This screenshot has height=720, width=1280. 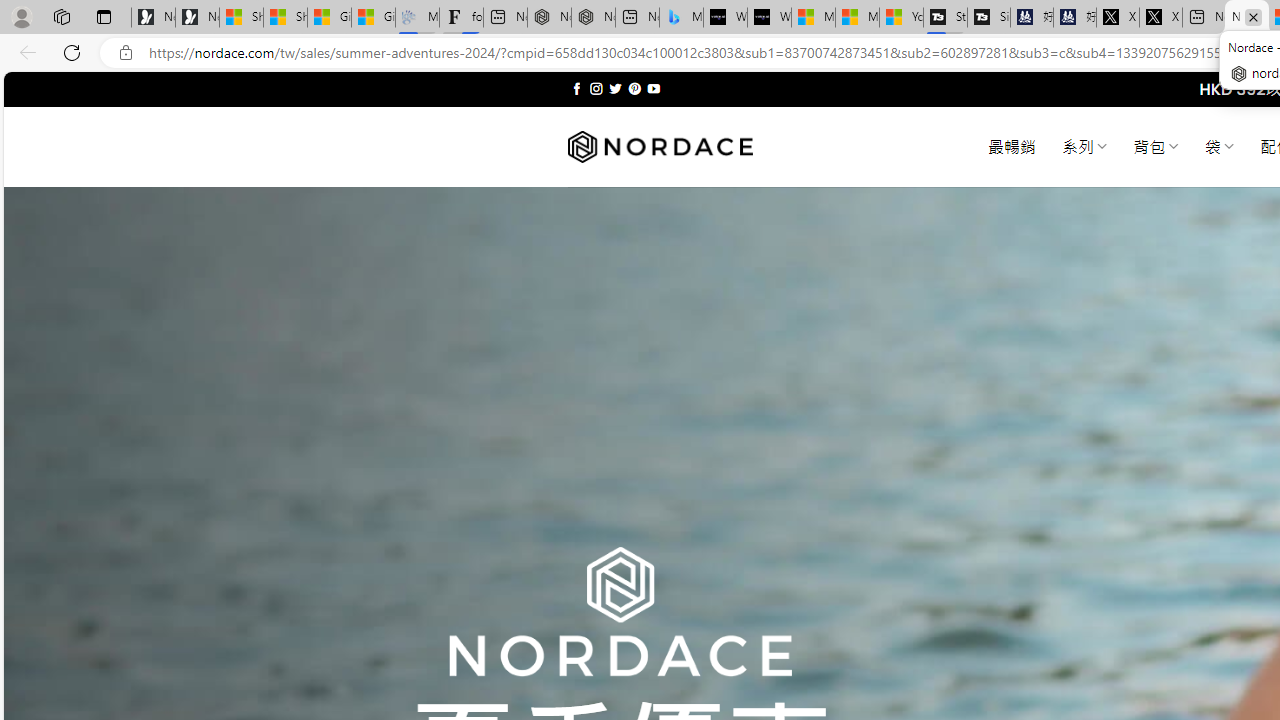 What do you see at coordinates (197, 17) in the screenshot?
I see `'Newsletter Sign Up'` at bounding box center [197, 17].